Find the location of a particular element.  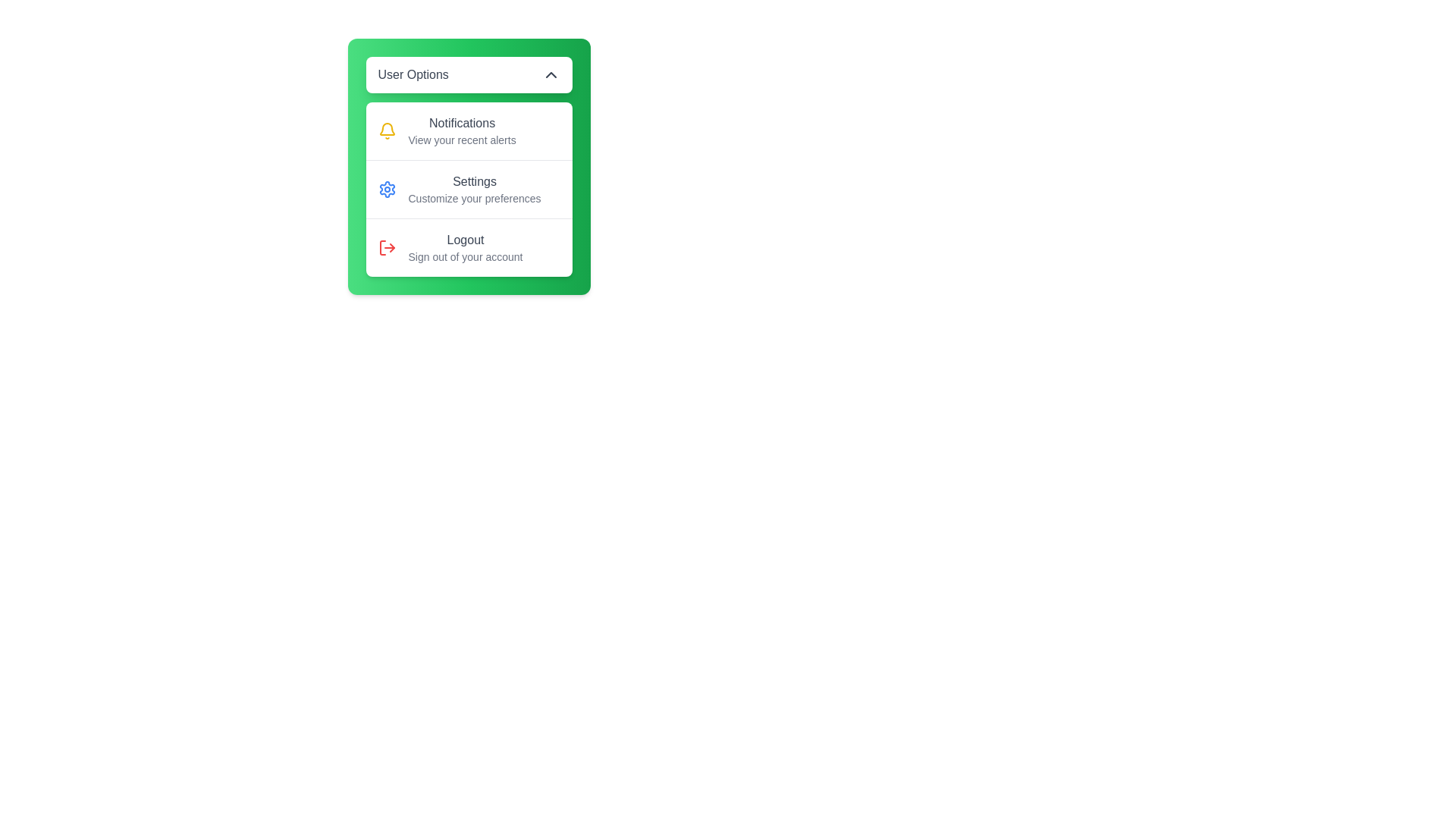

the 'Logout' menu option, which is the third option in the 'User Options' dropdown, featuring a red logout arrow icon and bold text saying 'Logout' is located at coordinates (468, 246).